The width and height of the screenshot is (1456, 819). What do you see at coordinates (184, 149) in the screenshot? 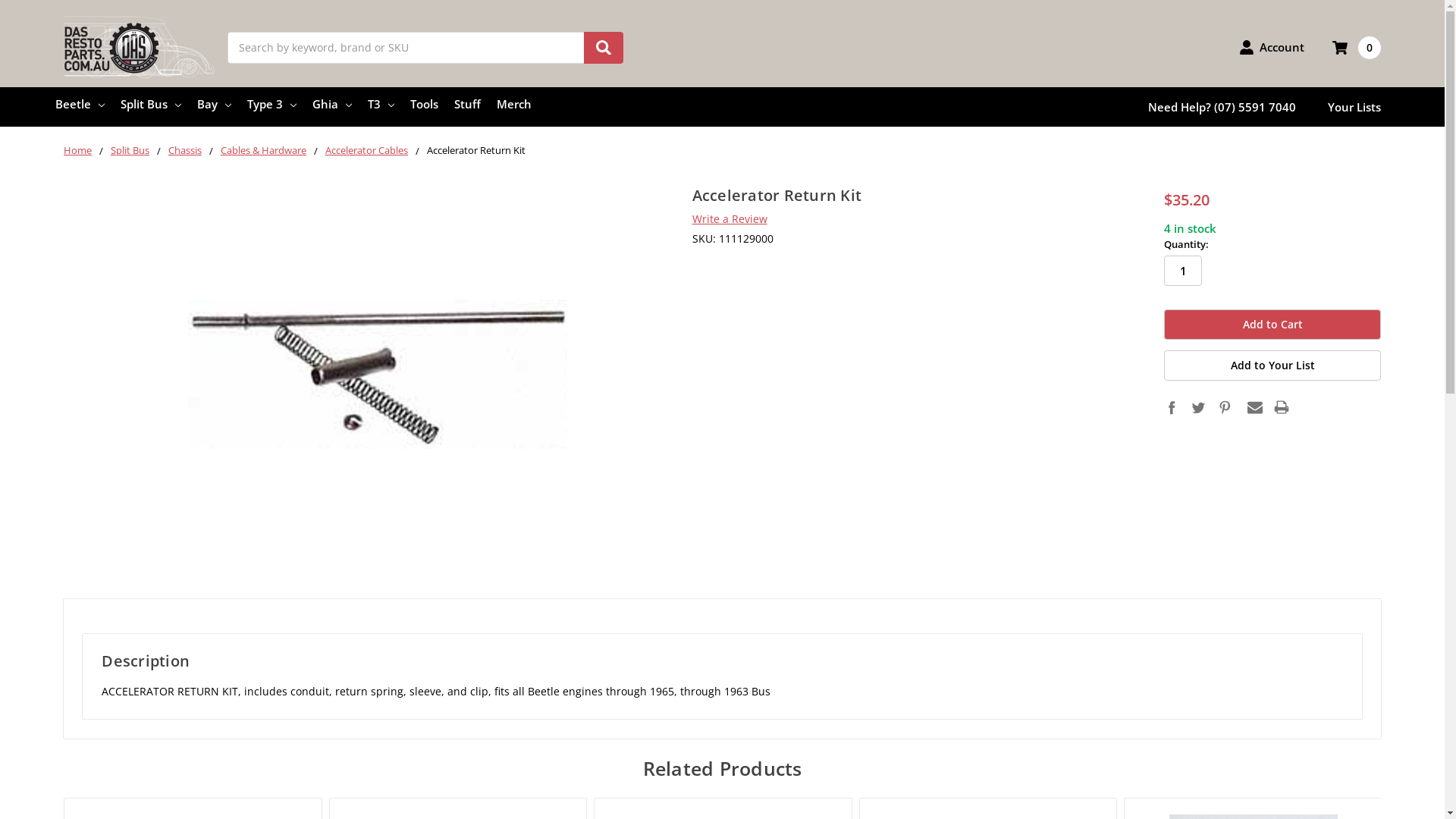
I see `'Chassis'` at bounding box center [184, 149].